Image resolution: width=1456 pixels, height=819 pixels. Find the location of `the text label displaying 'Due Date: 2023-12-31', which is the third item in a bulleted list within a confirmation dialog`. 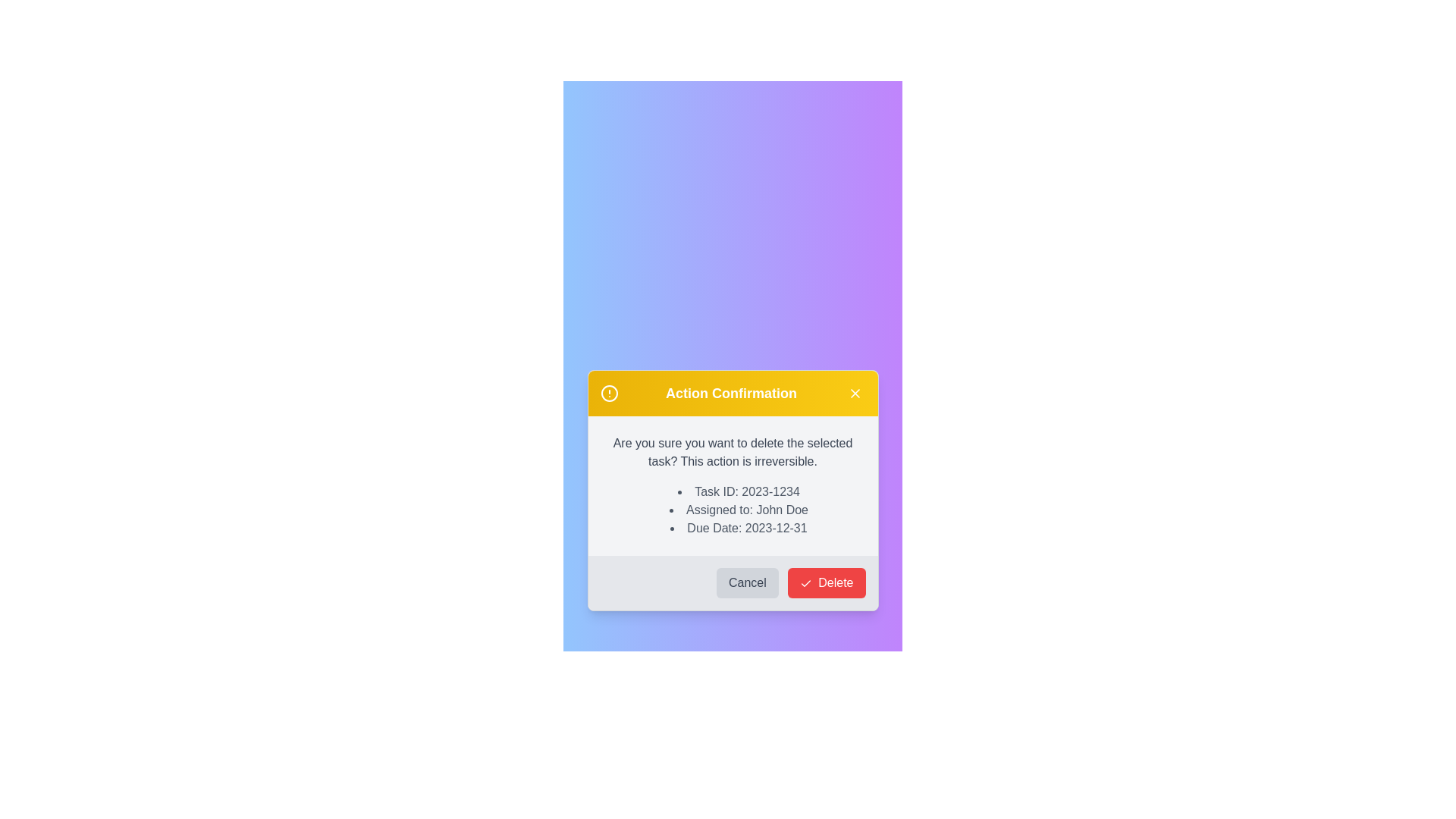

the text label displaying 'Due Date: 2023-12-31', which is the third item in a bulleted list within a confirmation dialog is located at coordinates (739, 528).